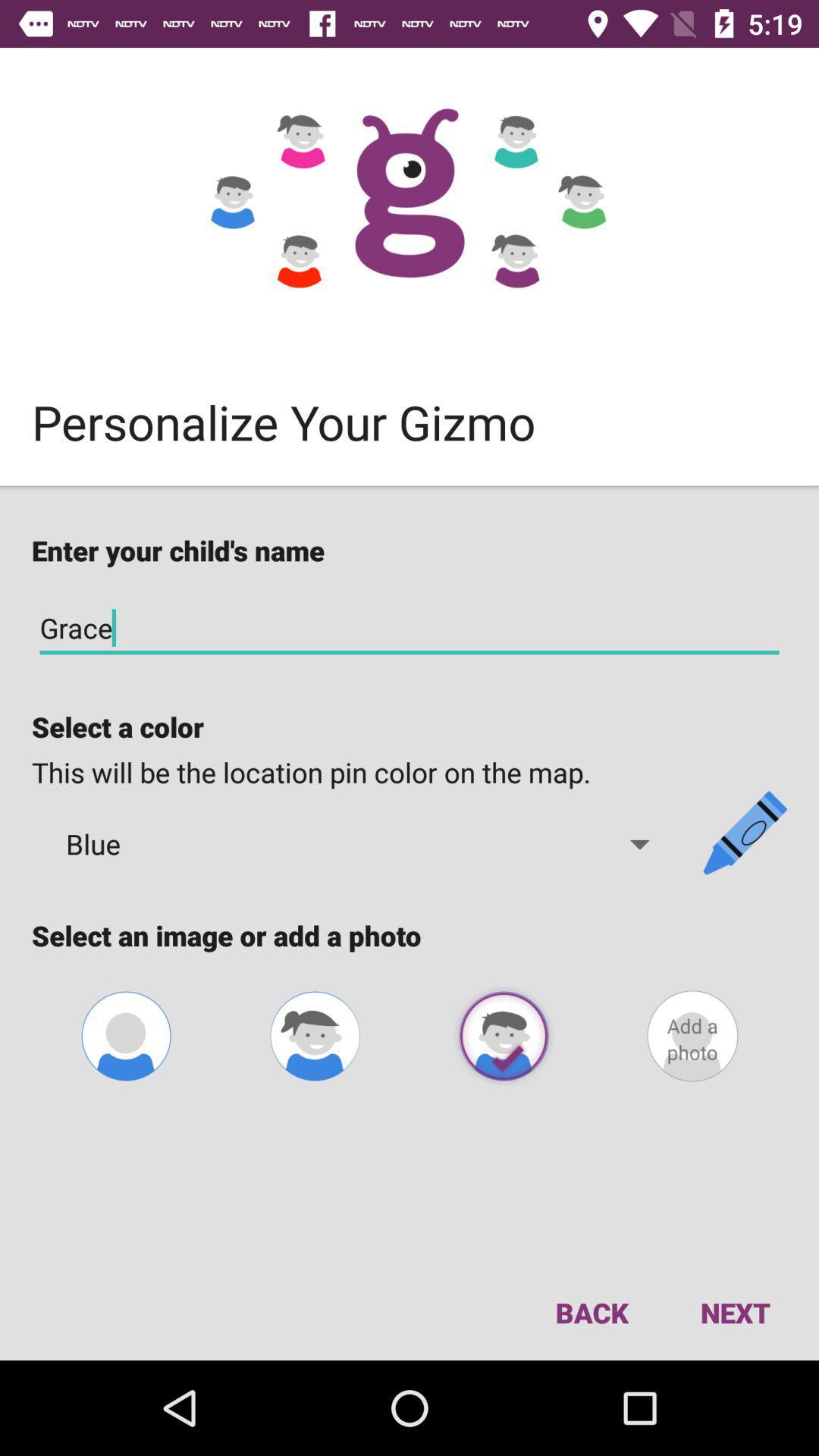 The width and height of the screenshot is (819, 1456). What do you see at coordinates (125, 1035) in the screenshot?
I see `the avatar icon` at bounding box center [125, 1035].